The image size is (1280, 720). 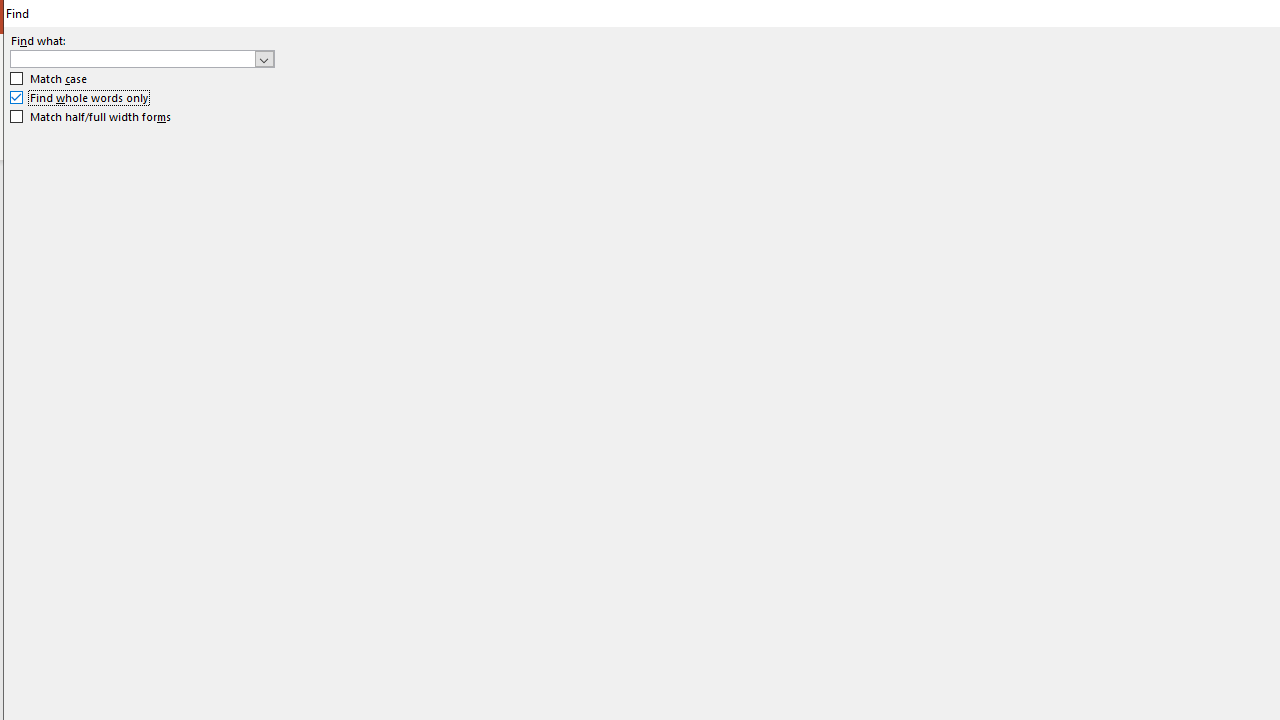 What do you see at coordinates (49, 78) in the screenshot?
I see `'Match case'` at bounding box center [49, 78].